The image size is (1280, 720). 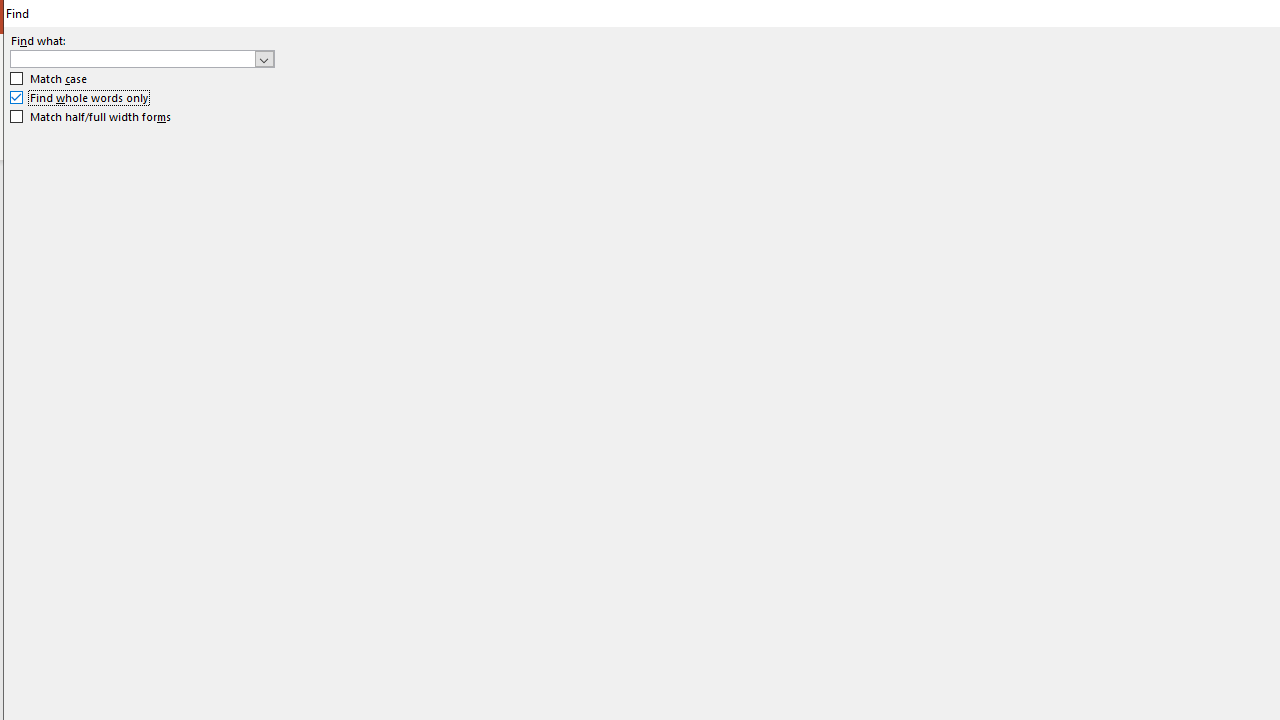 What do you see at coordinates (49, 78) in the screenshot?
I see `'Match case'` at bounding box center [49, 78].